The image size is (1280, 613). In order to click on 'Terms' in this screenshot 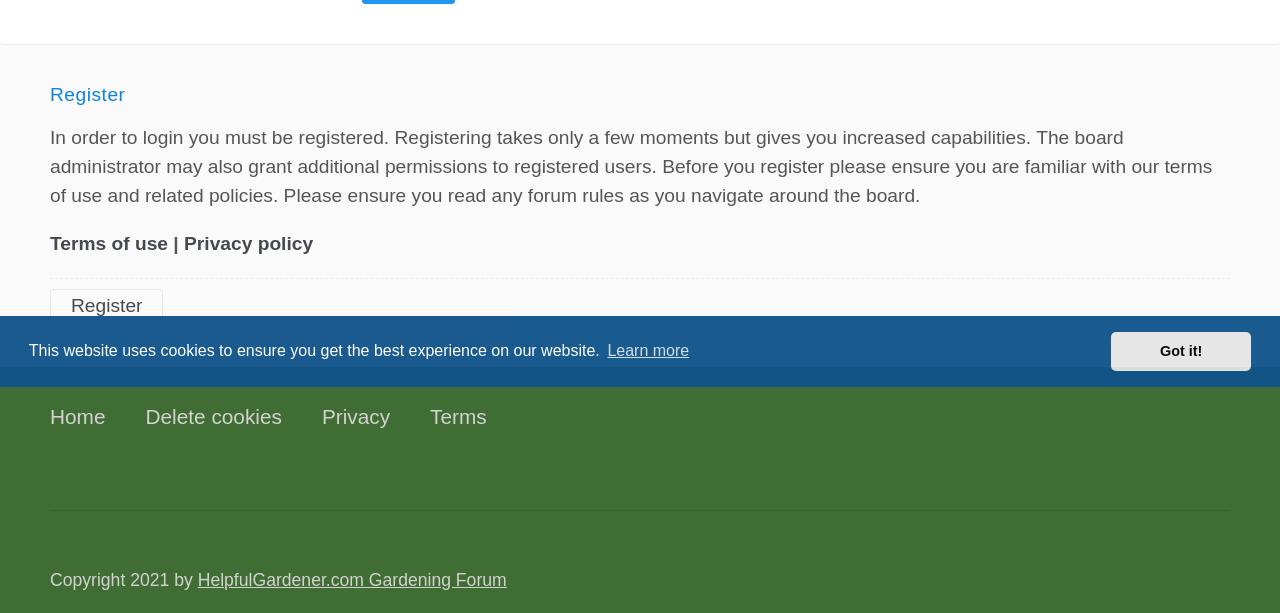, I will do `click(456, 415)`.